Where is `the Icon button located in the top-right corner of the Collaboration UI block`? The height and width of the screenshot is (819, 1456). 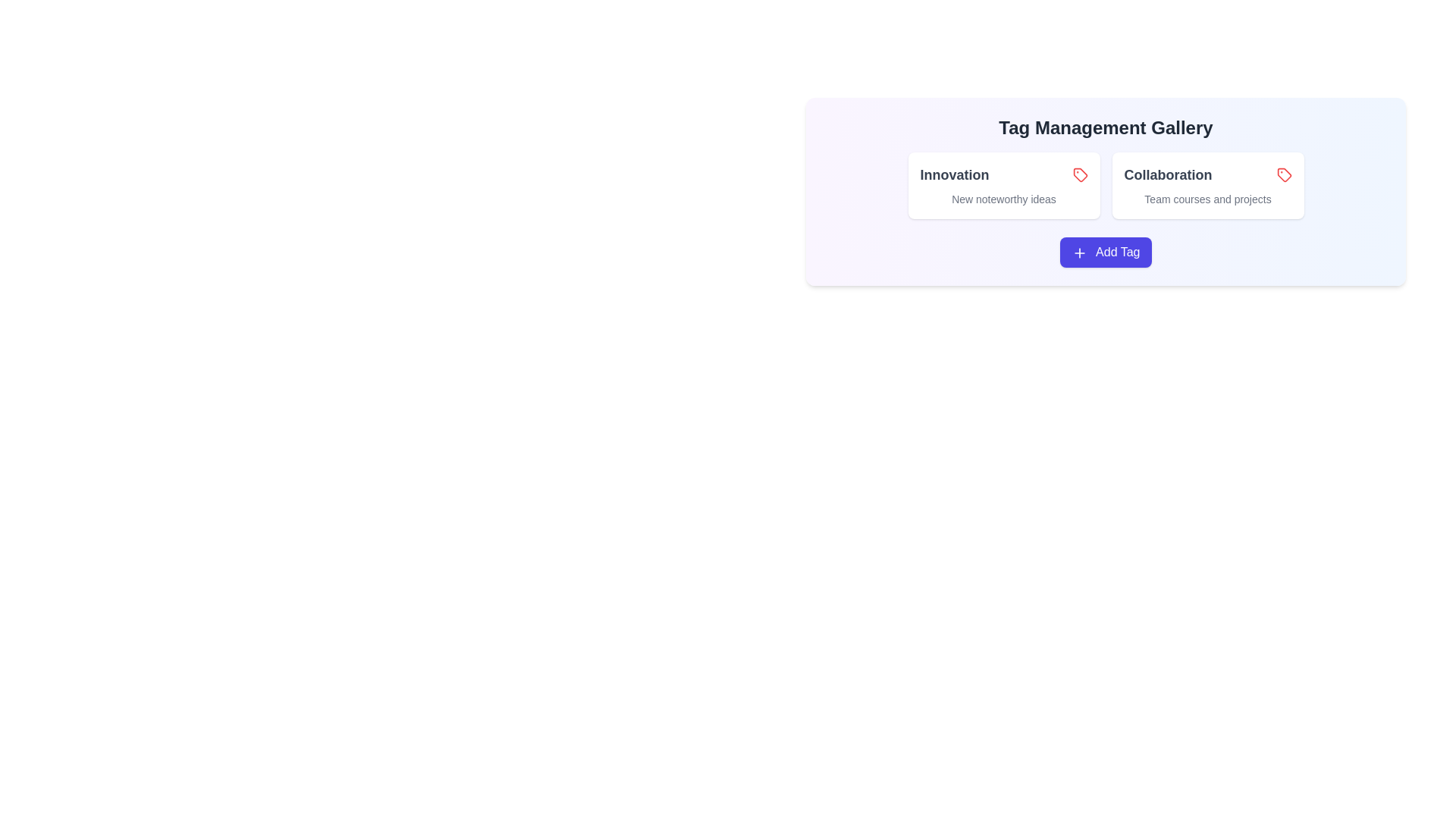 the Icon button located in the top-right corner of the Collaboration UI block is located at coordinates (1283, 174).